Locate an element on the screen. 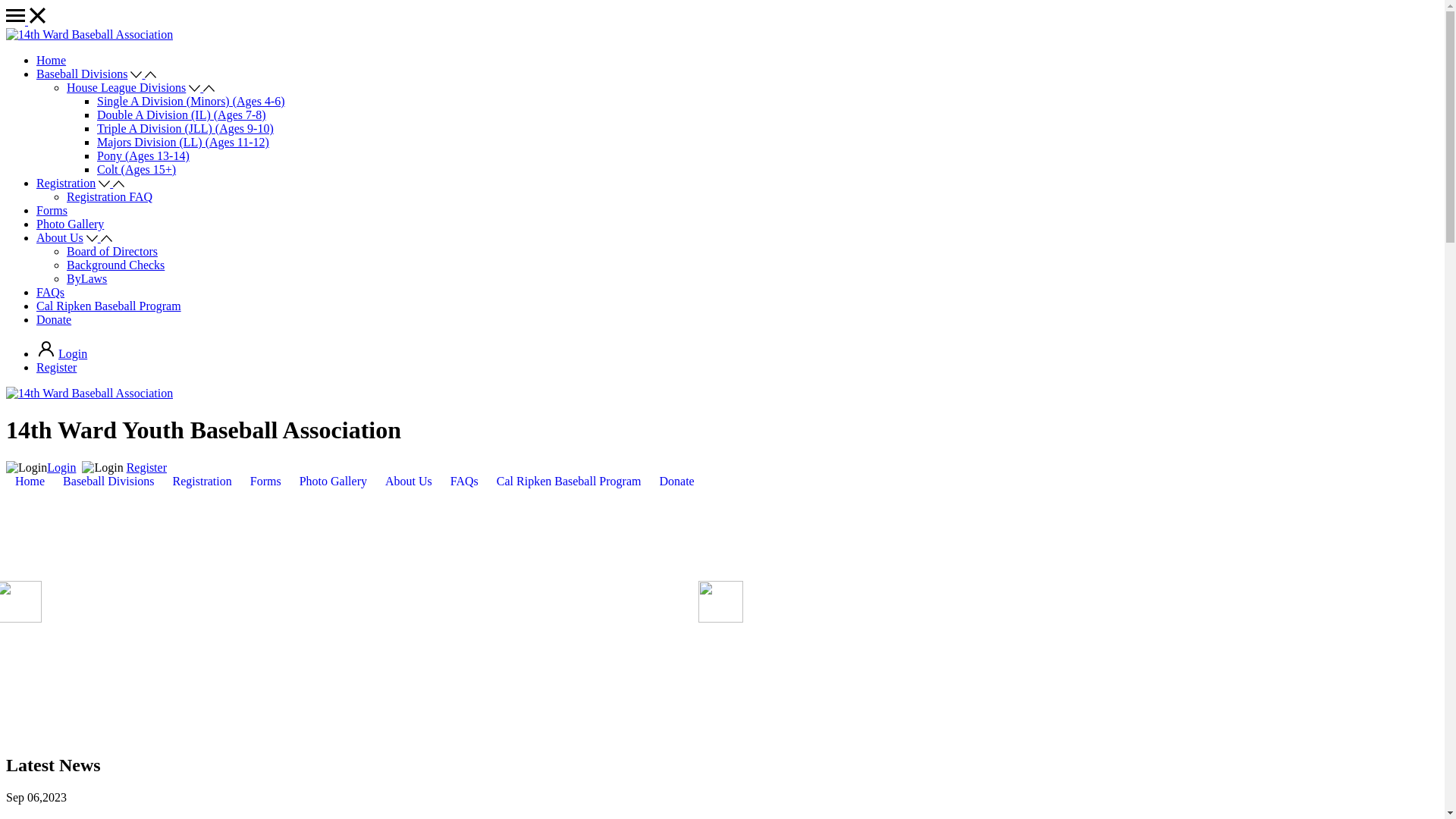  'Pony (Ages 13-14)' is located at coordinates (143, 155).